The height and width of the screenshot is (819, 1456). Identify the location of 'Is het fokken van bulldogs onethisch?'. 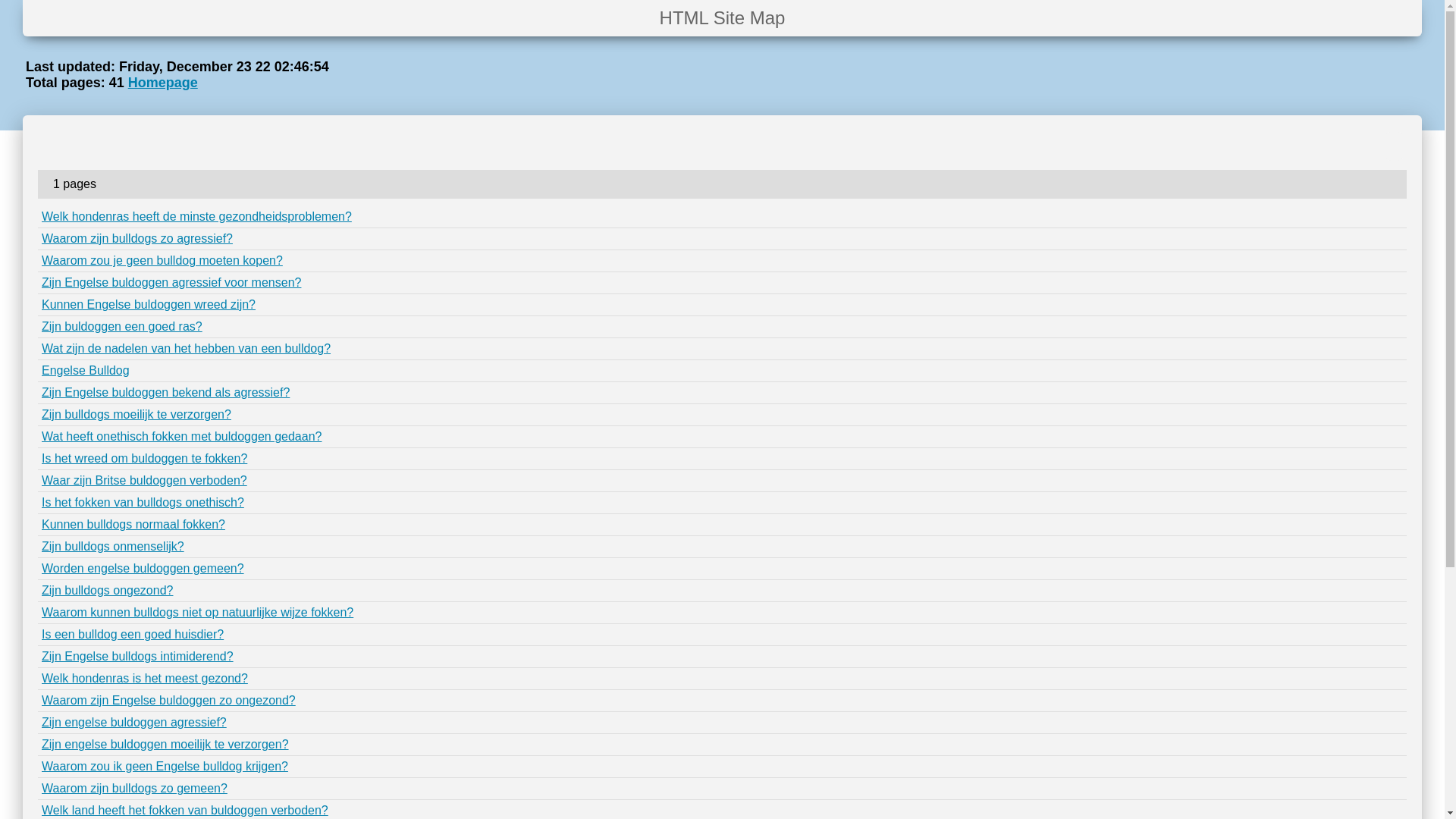
(143, 502).